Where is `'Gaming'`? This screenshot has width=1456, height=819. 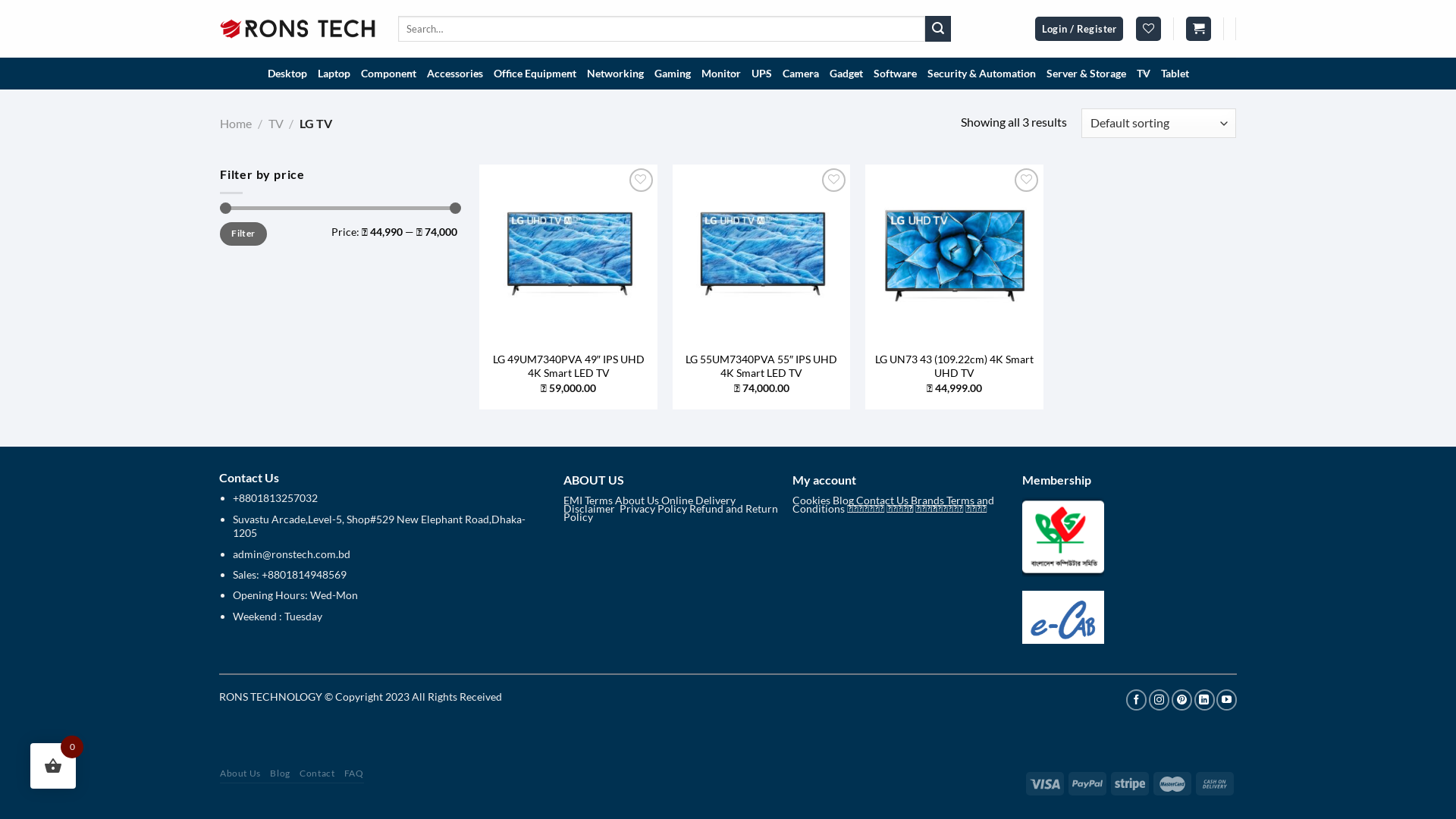 'Gaming' is located at coordinates (672, 73).